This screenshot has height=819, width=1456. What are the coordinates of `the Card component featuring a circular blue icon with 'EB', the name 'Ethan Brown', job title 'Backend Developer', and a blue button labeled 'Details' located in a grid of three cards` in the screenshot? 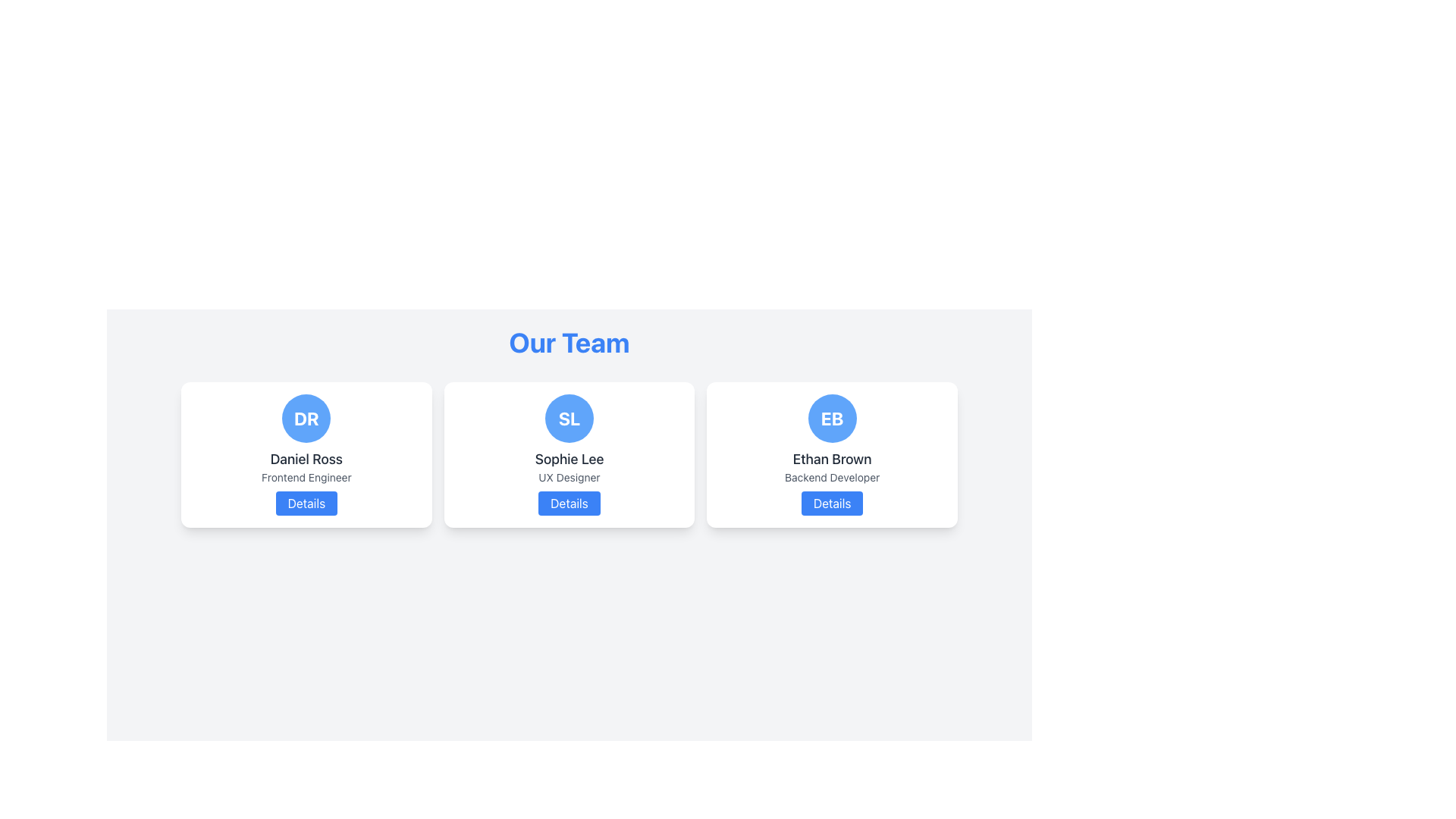 It's located at (831, 454).